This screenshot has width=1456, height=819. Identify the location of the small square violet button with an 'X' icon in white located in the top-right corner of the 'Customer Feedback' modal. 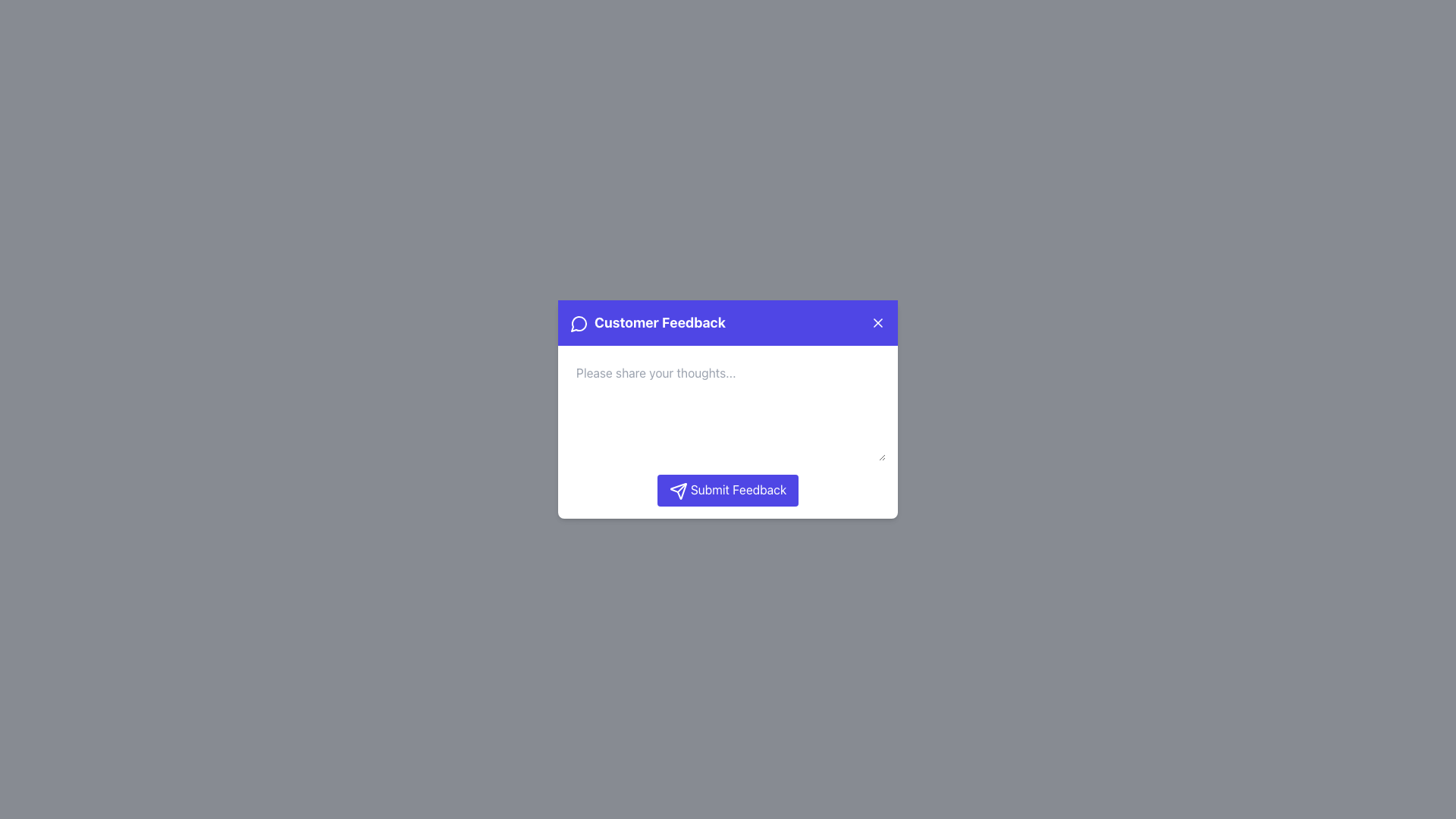
(877, 322).